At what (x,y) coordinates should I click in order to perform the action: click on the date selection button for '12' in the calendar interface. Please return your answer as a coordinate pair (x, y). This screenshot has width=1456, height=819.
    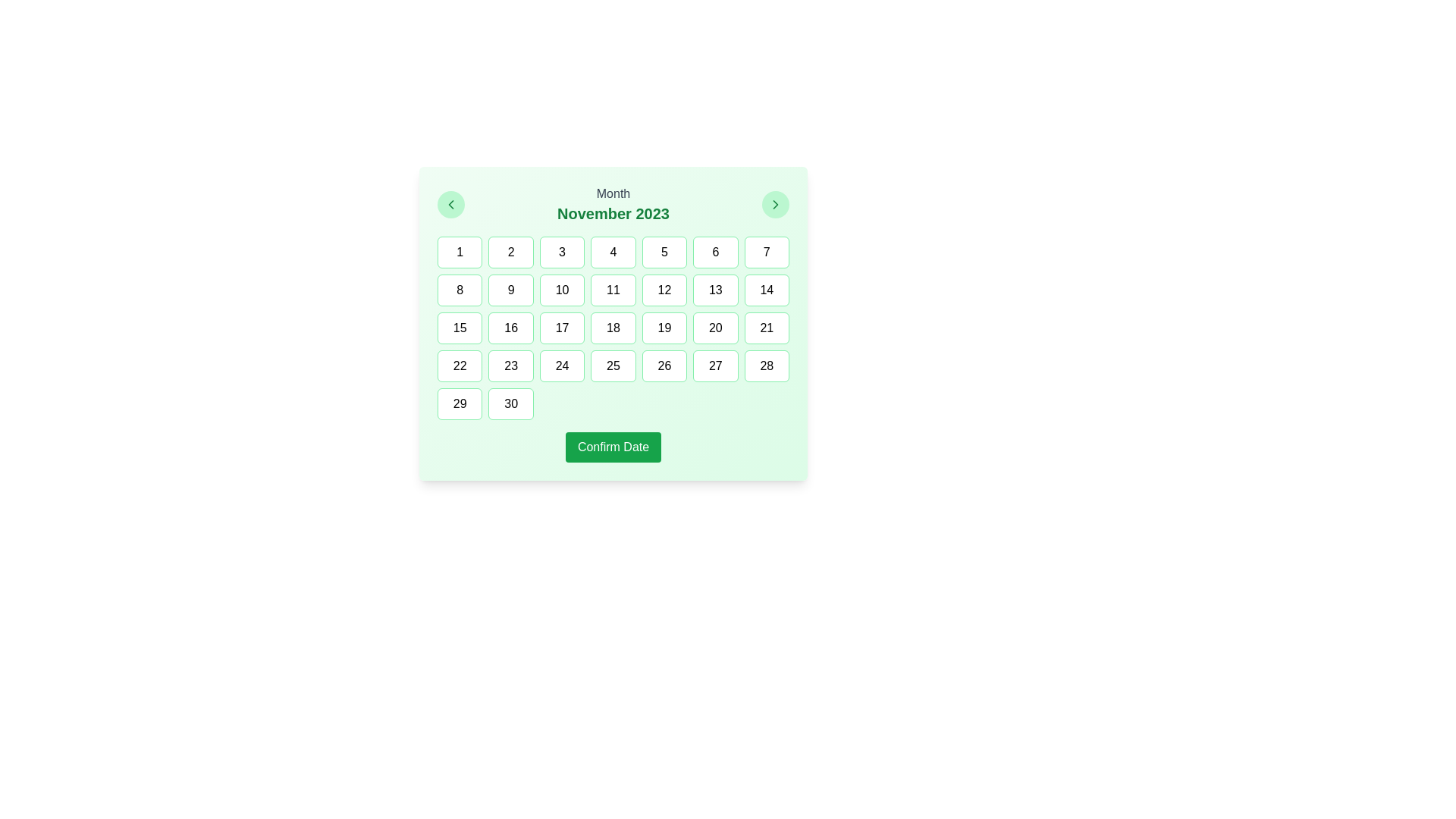
    Looking at the image, I should click on (664, 290).